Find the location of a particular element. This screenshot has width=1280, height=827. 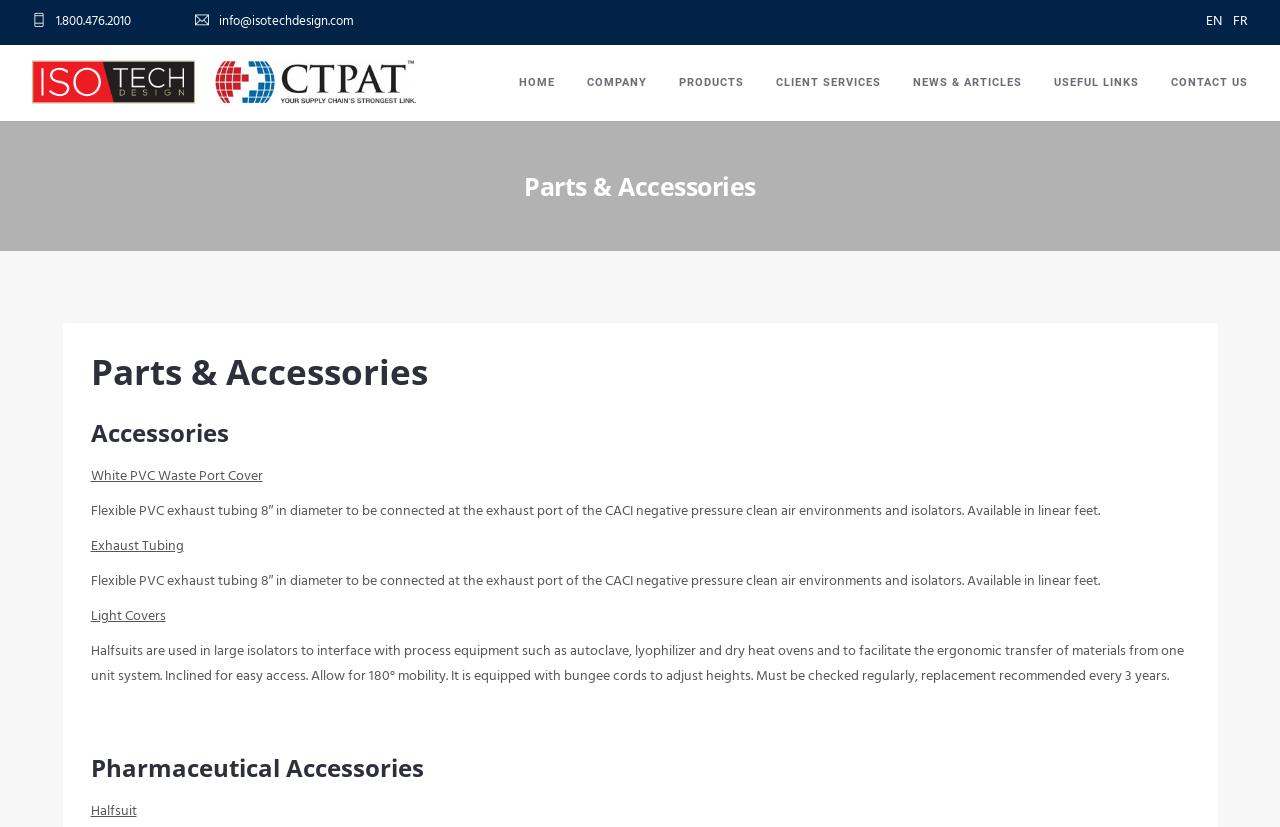

'1.800.476.2010' is located at coordinates (55, 21).